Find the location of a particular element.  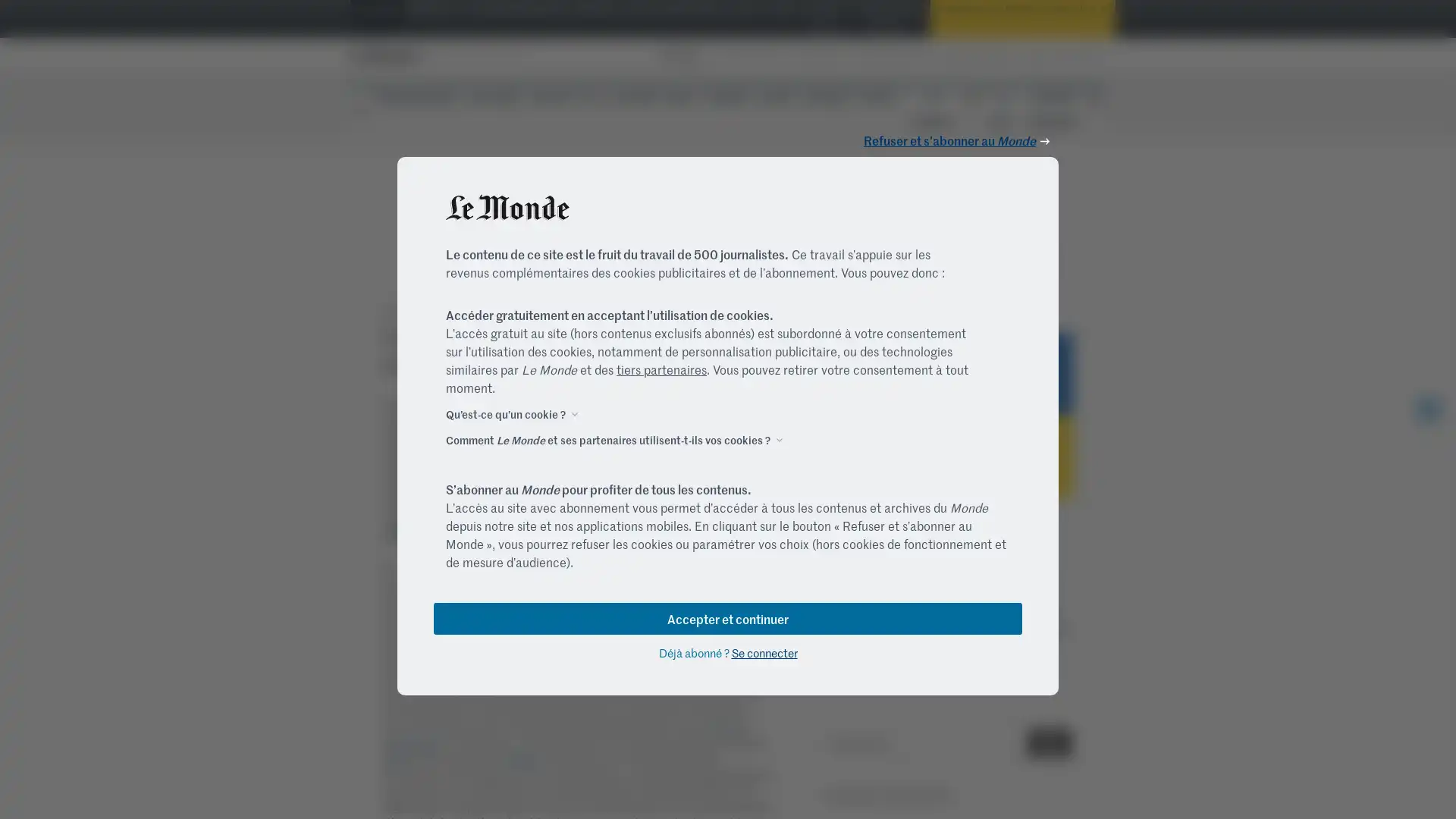

Quest-ce quun cookie ? is located at coordinates (506, 413).